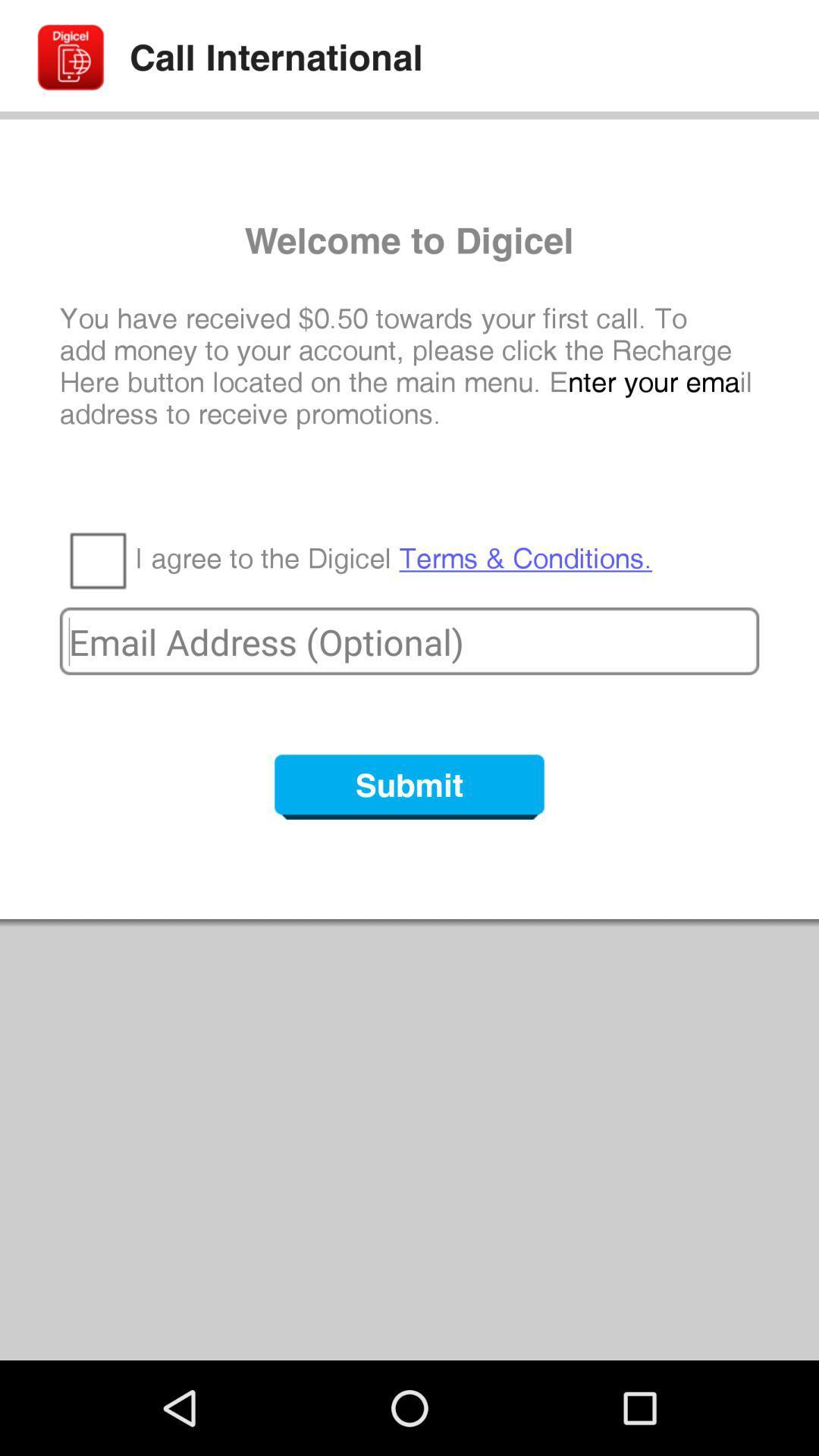  I want to click on the i agree to icon, so click(393, 558).